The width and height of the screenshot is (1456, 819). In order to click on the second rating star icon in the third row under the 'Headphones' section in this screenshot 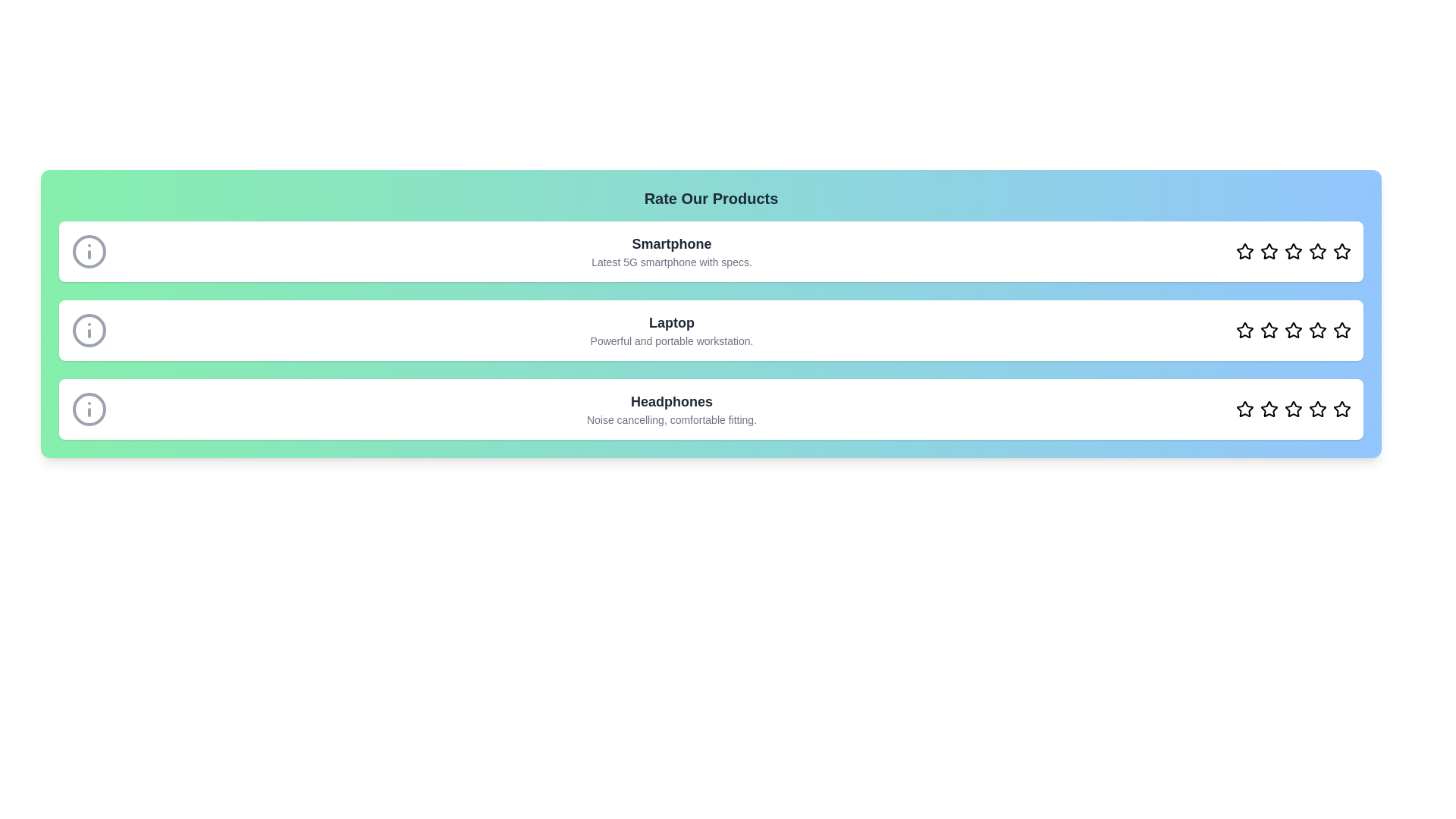, I will do `click(1269, 409)`.